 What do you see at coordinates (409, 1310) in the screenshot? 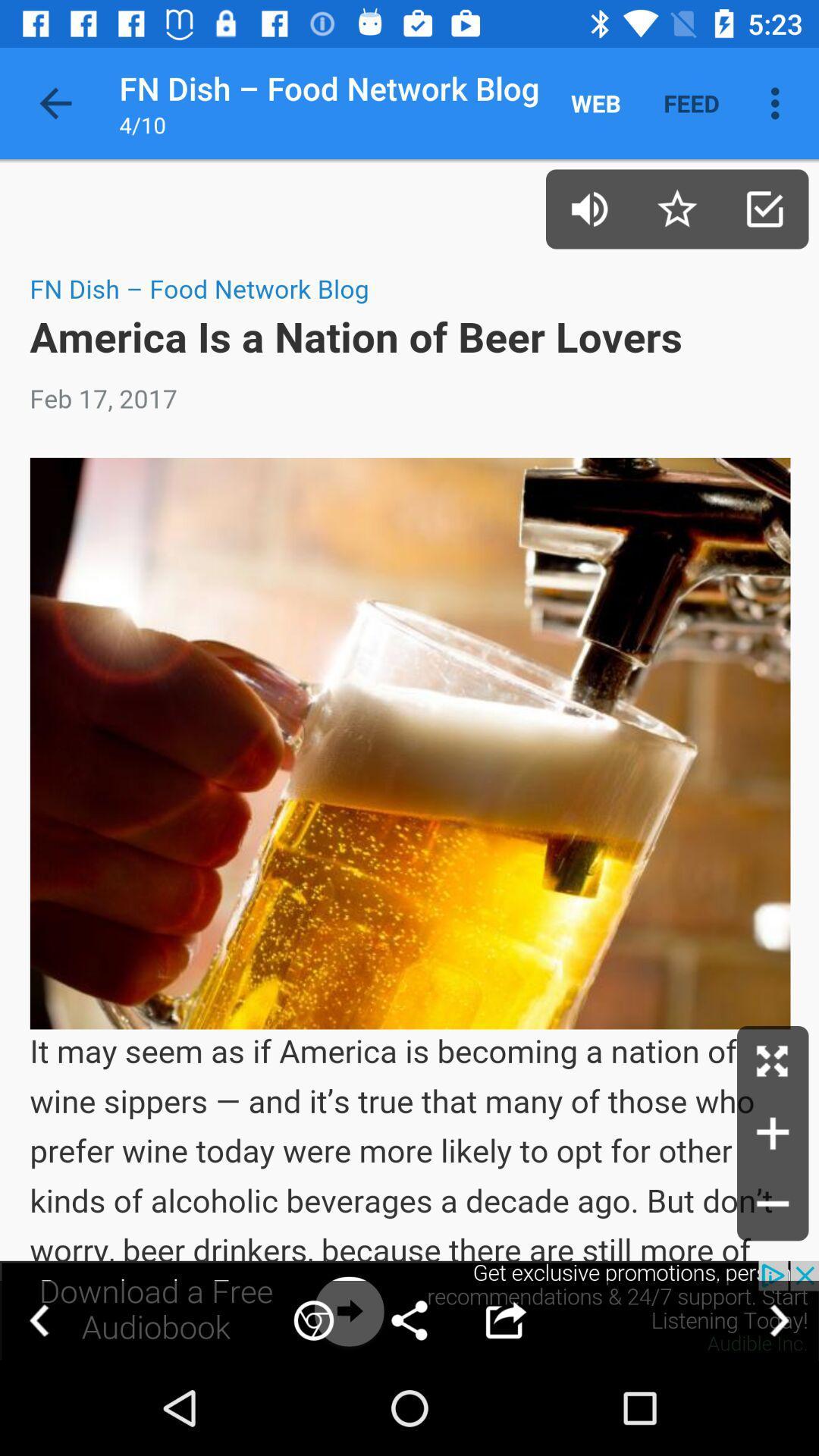
I see `share the article` at bounding box center [409, 1310].